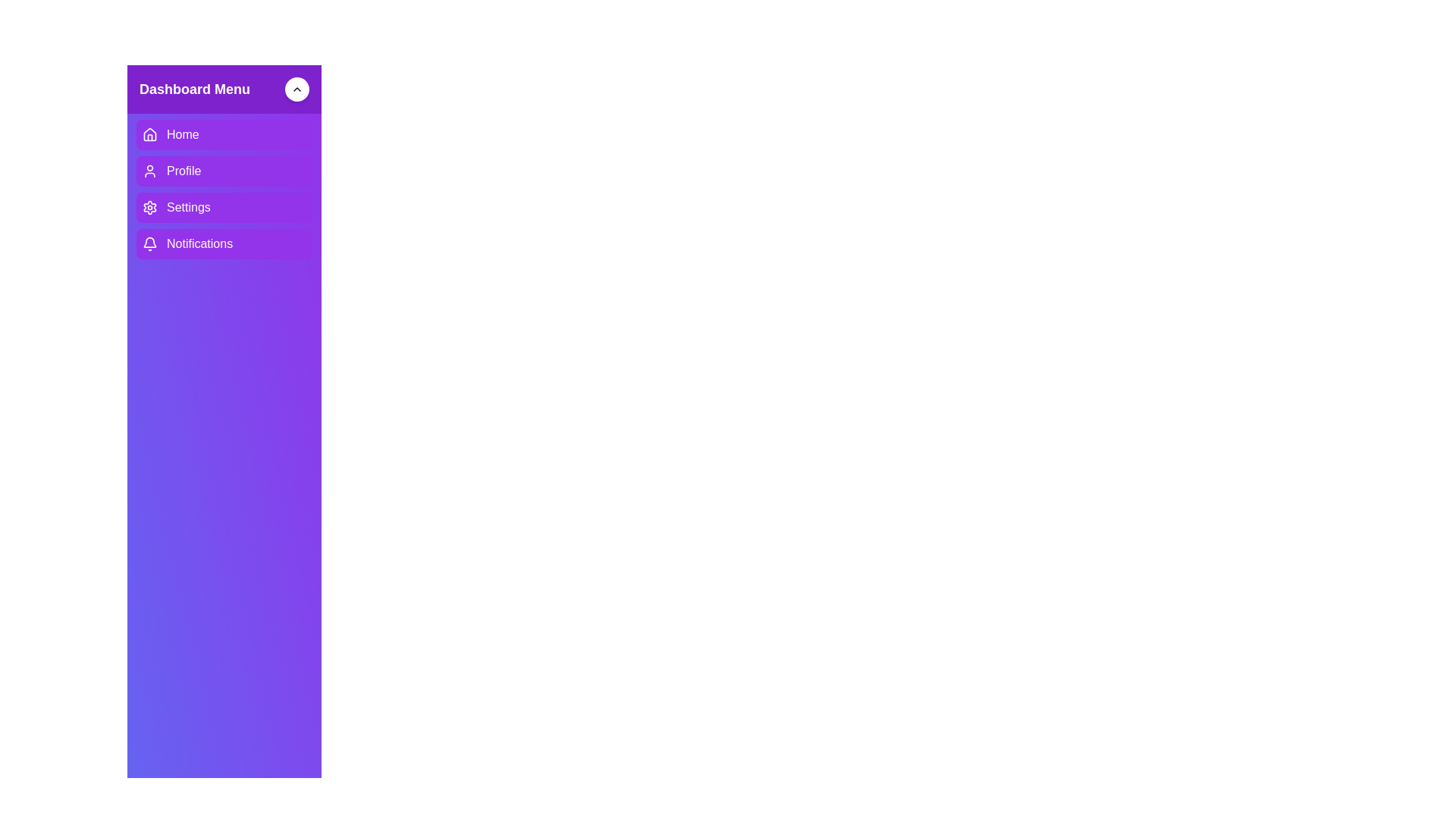  What do you see at coordinates (194, 89) in the screenshot?
I see `the text label reading 'Dashboard Menu', which is displayed in bold white font against a purple background, located in the upper section of the interface` at bounding box center [194, 89].